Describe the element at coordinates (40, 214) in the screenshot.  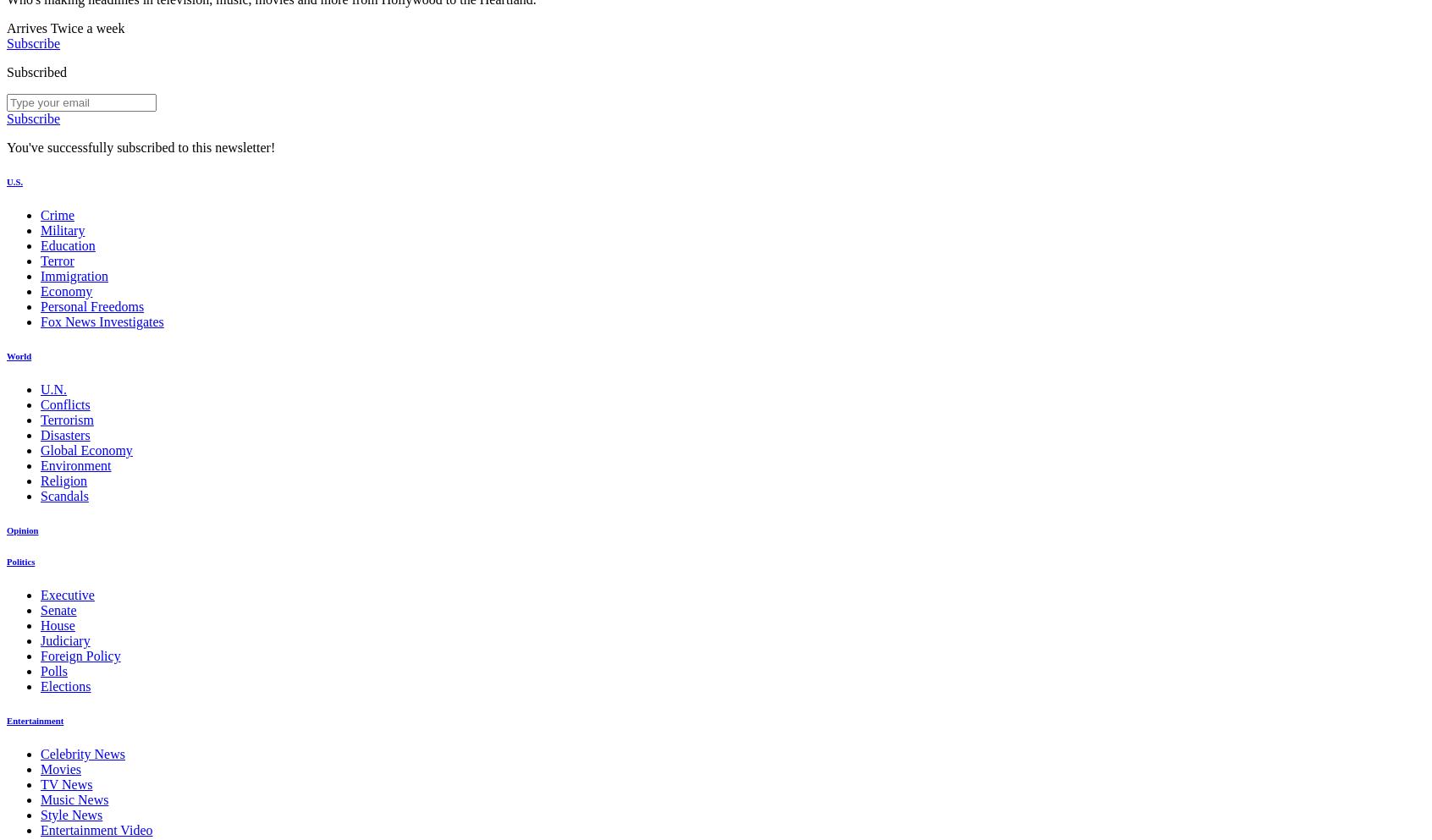
I see `'Crime'` at that location.